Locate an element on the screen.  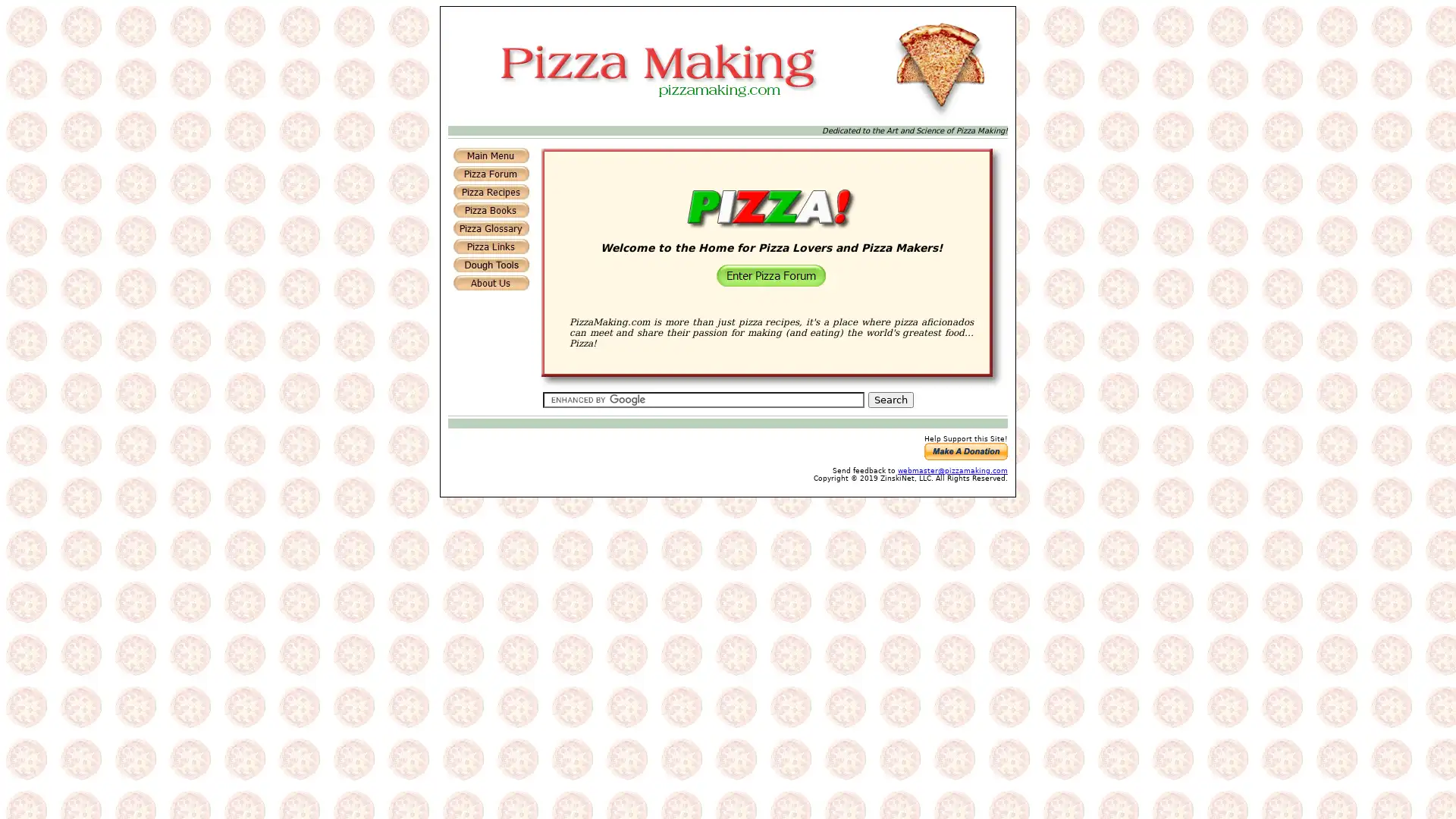
Make payments with PayPal - it\'s fast, free and secure! is located at coordinates (965, 450).